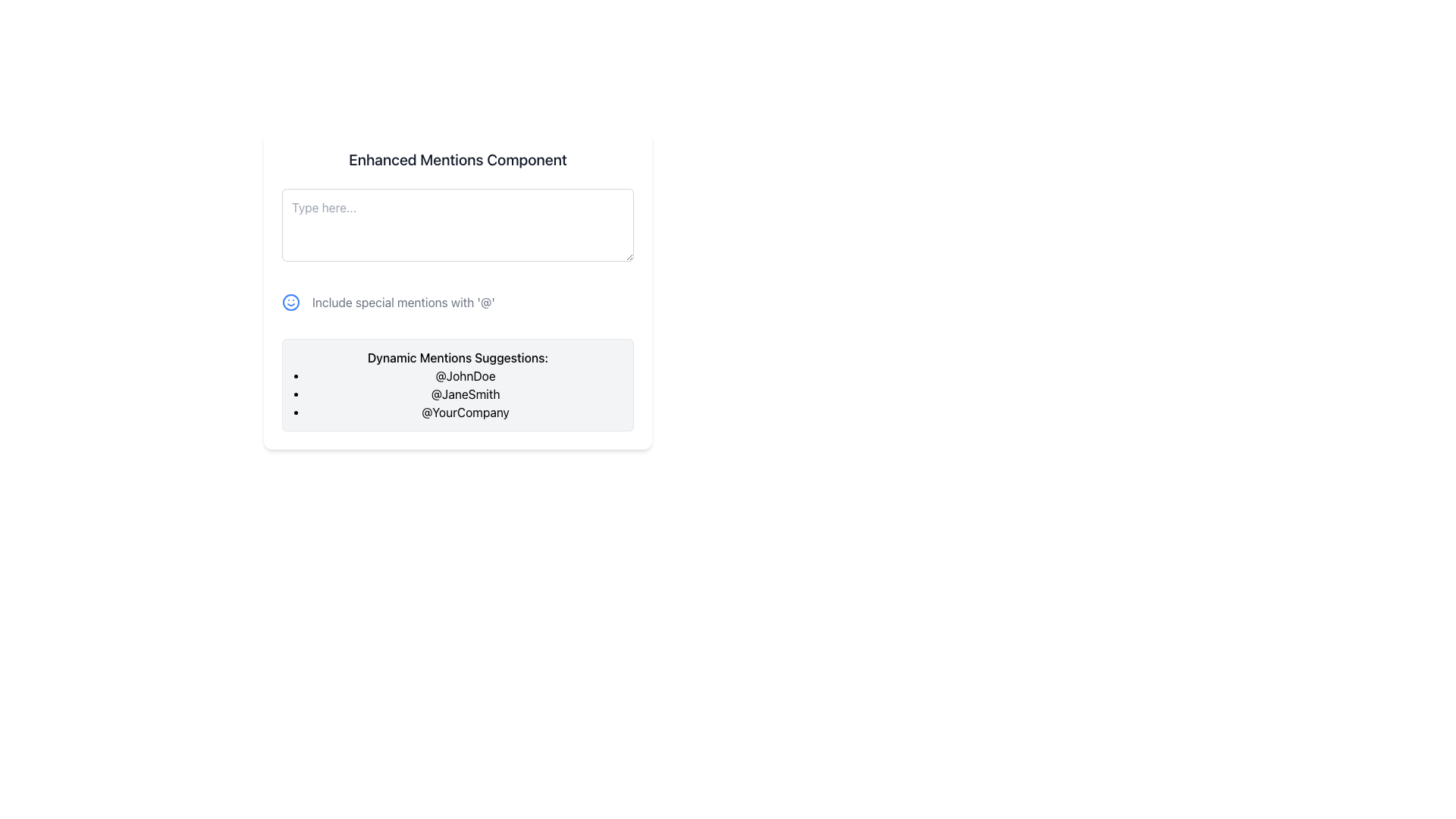 The height and width of the screenshot is (819, 1456). What do you see at coordinates (465, 394) in the screenshot?
I see `the text label '@JaneSmith' in the vertical list of mentions` at bounding box center [465, 394].